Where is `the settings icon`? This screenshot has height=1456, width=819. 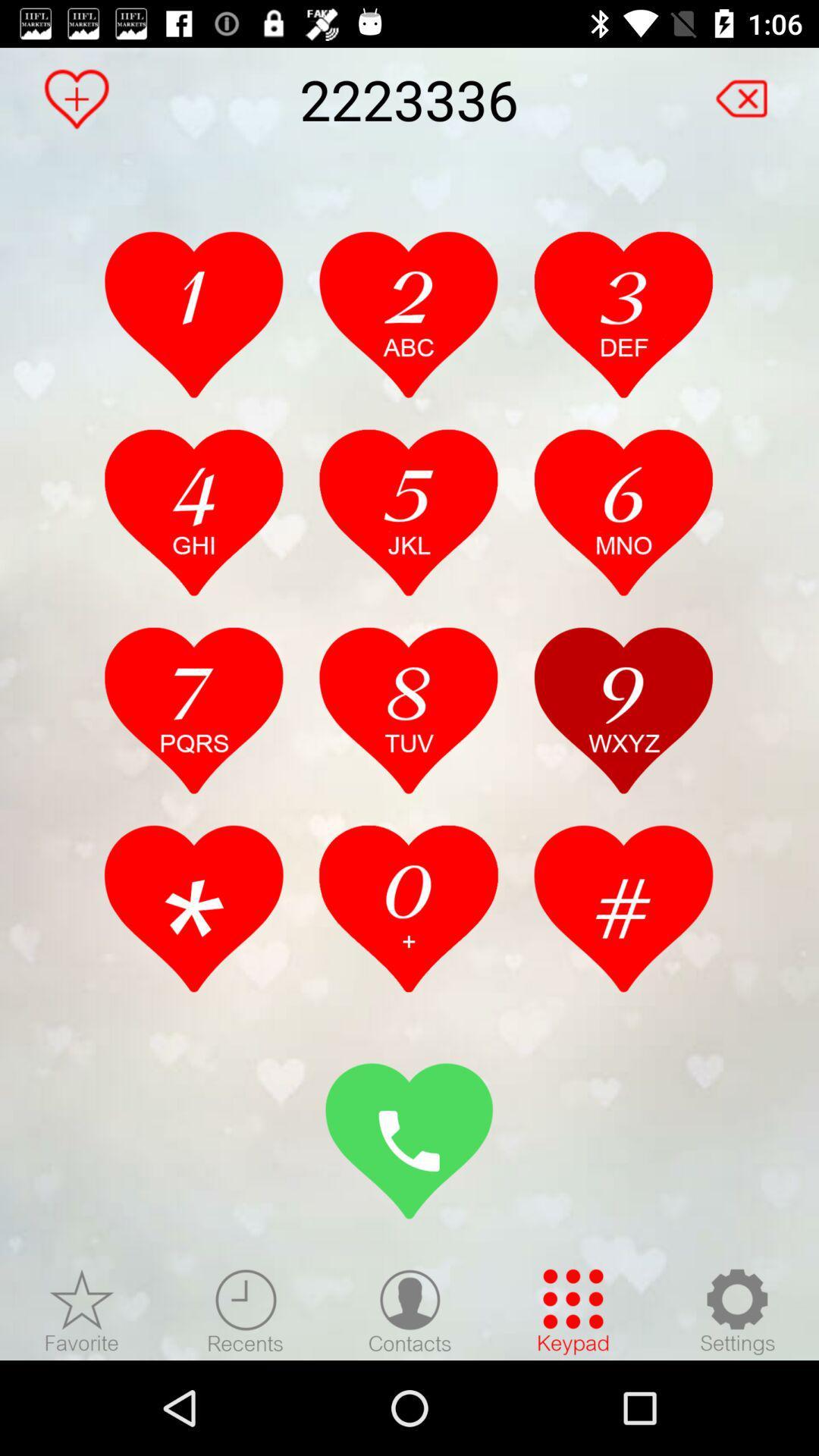
the settings icon is located at coordinates (736, 1310).